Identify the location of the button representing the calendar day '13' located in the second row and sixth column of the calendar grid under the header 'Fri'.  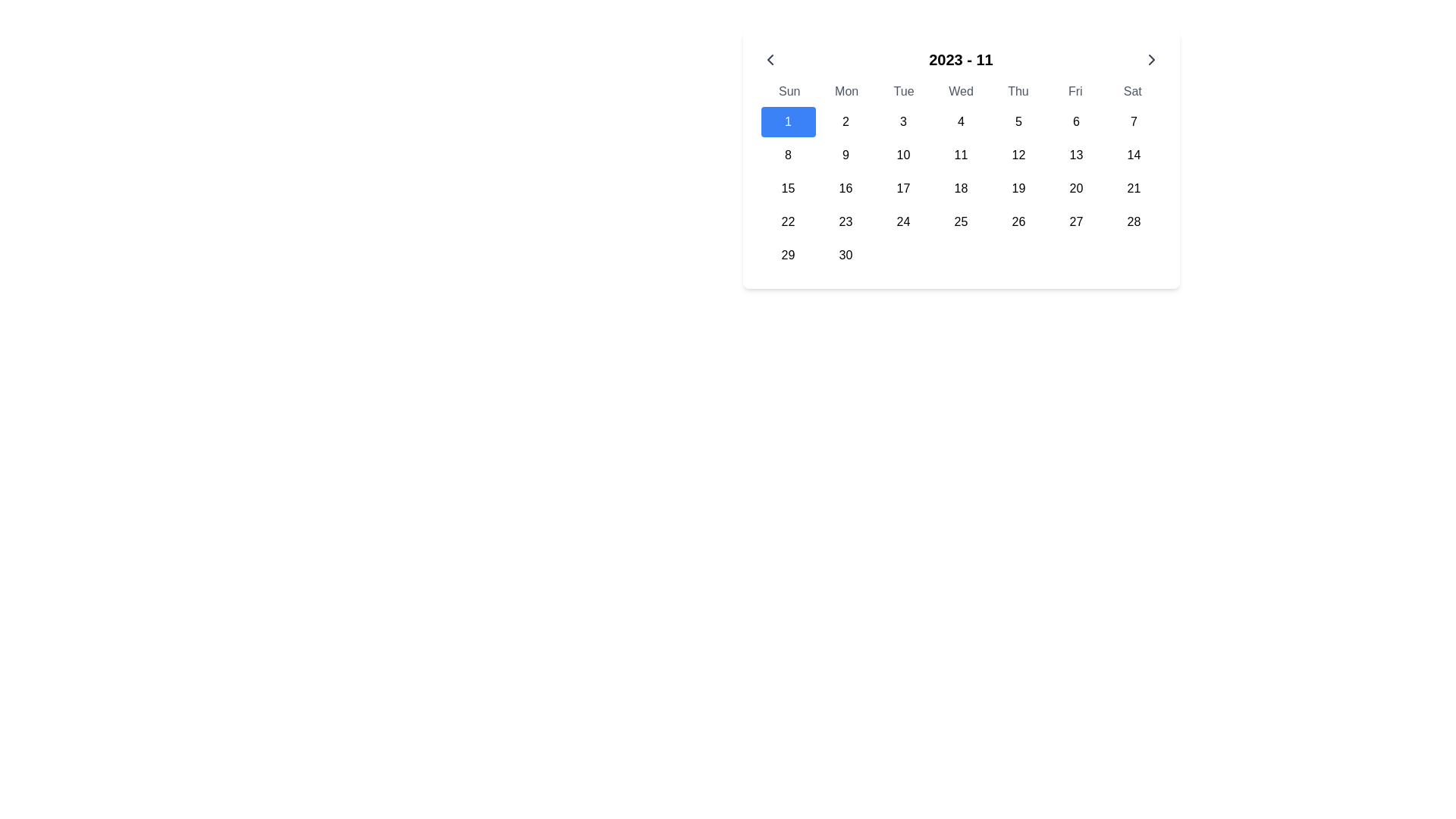
(1075, 155).